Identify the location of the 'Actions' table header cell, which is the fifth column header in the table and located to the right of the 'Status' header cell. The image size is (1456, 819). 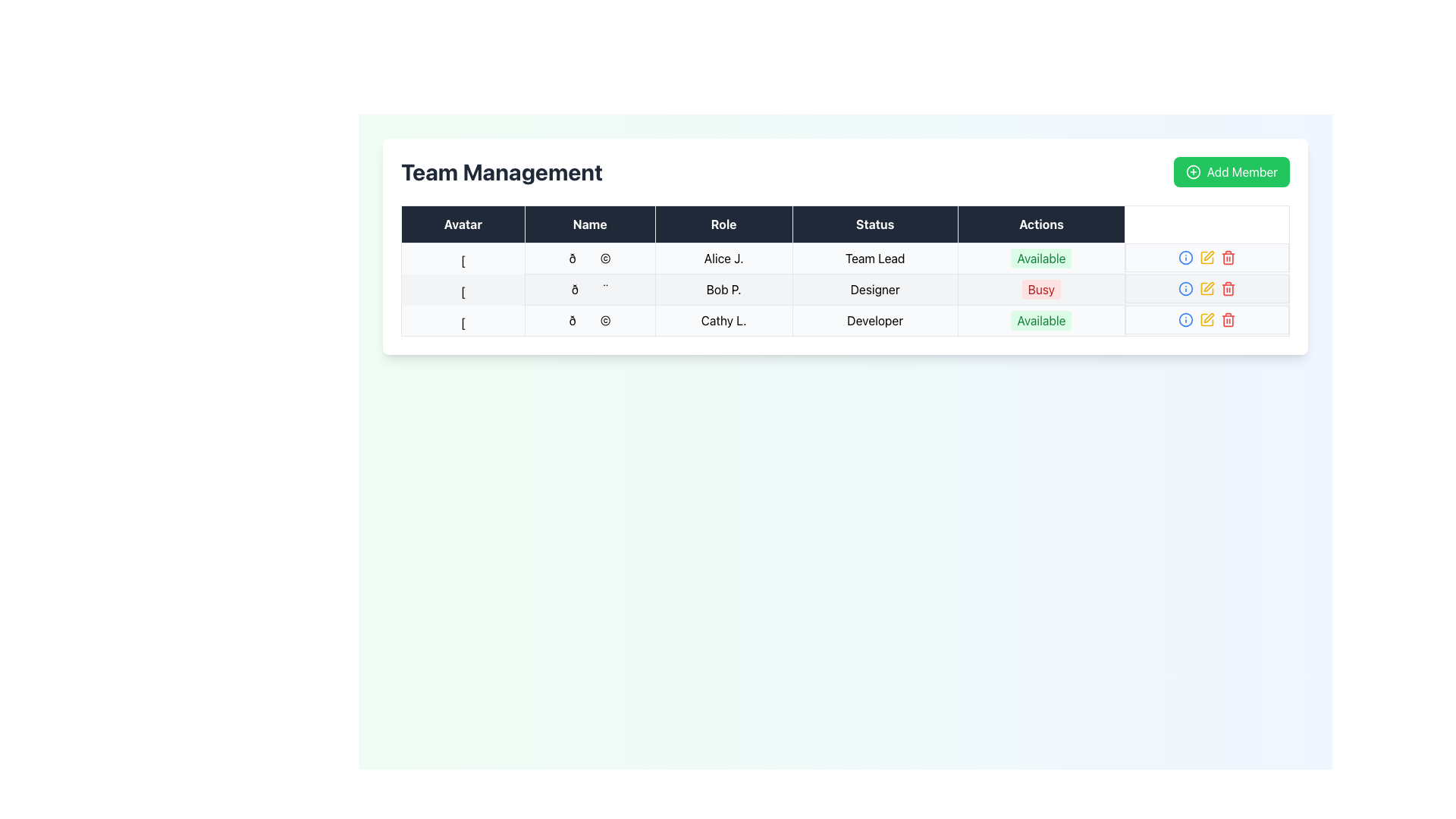
(1040, 224).